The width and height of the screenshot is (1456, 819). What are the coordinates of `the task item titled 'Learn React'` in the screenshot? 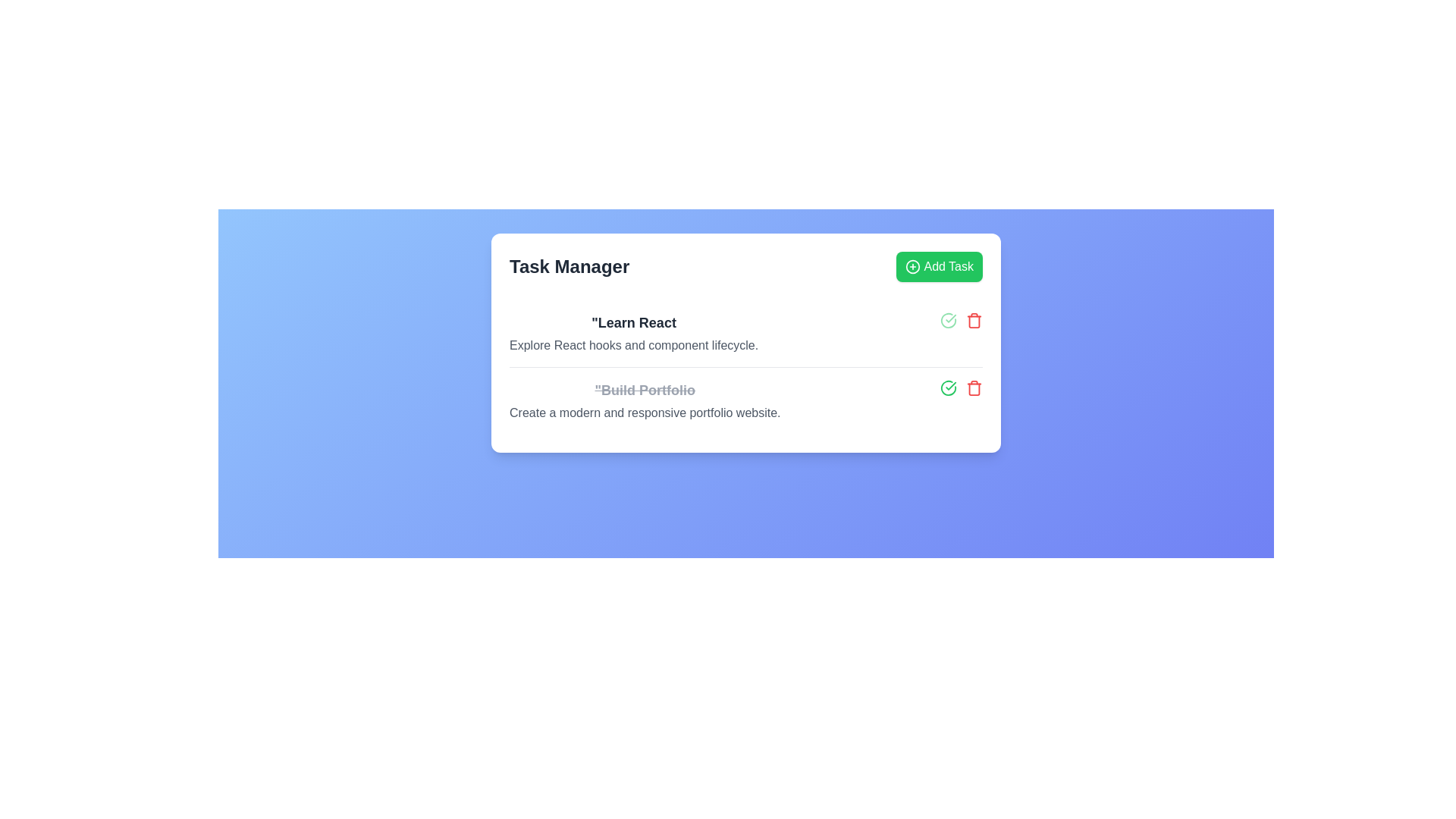 It's located at (745, 332).